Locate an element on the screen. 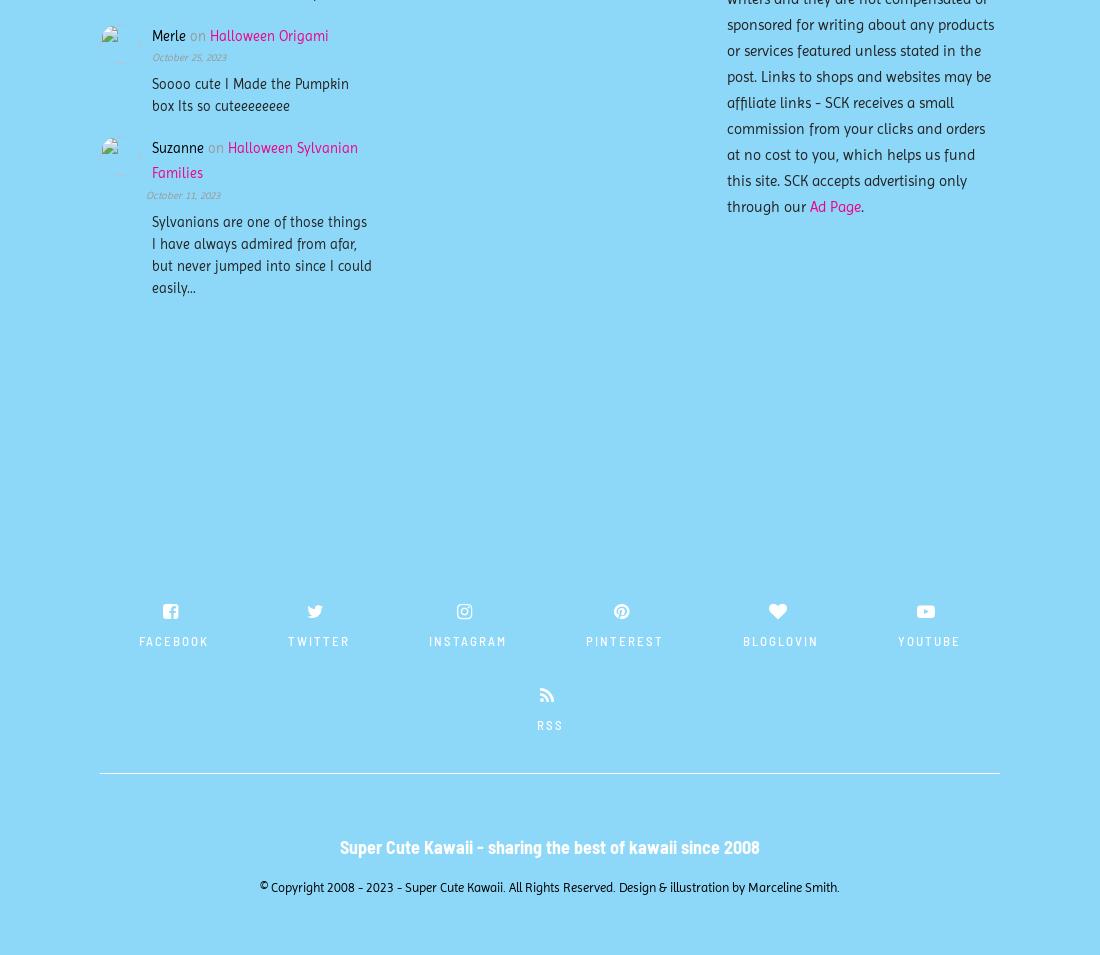 The width and height of the screenshot is (1100, 955). 'Sylvanians are one of those things I have always admired from afar, but never jumped into since I could easily…' is located at coordinates (262, 254).